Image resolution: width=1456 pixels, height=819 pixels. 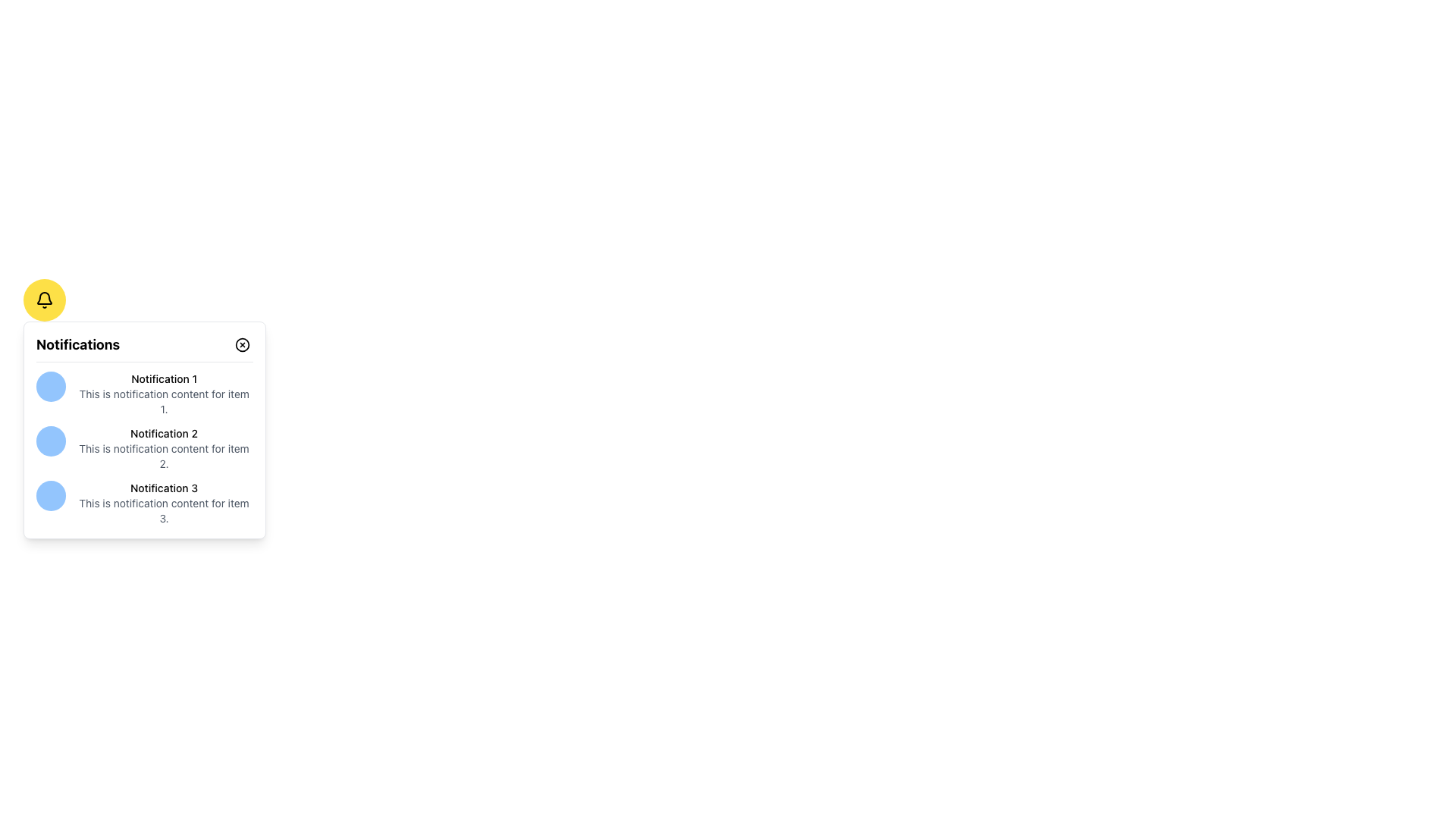 What do you see at coordinates (145, 503) in the screenshot?
I see `the third notification entry in the vertical list within the notification panel` at bounding box center [145, 503].